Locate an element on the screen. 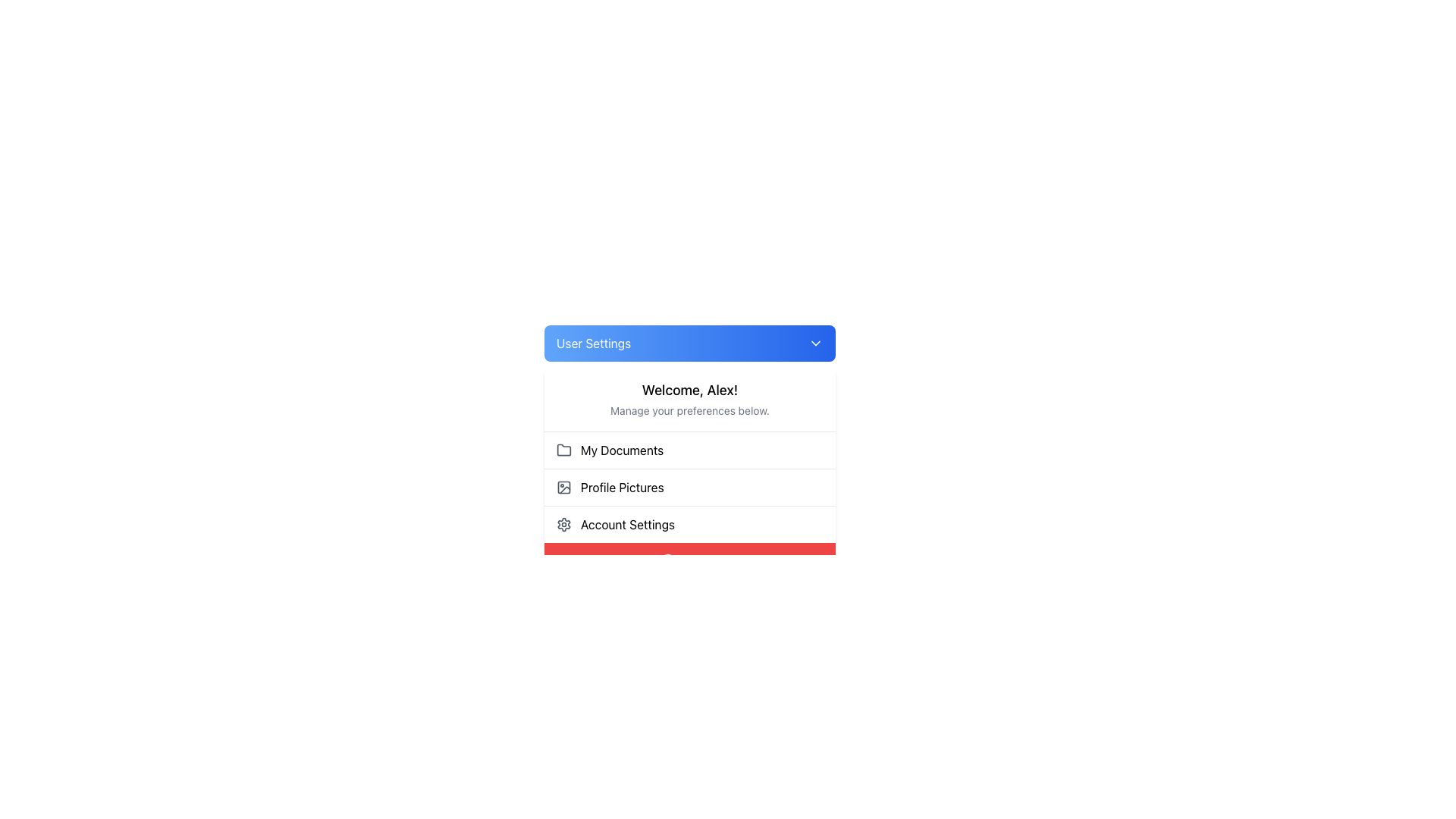 This screenshot has height=819, width=1456. instructional text label located below the bold text 'Welcome, Alex!' in the upper-middle part of the page is located at coordinates (689, 410).